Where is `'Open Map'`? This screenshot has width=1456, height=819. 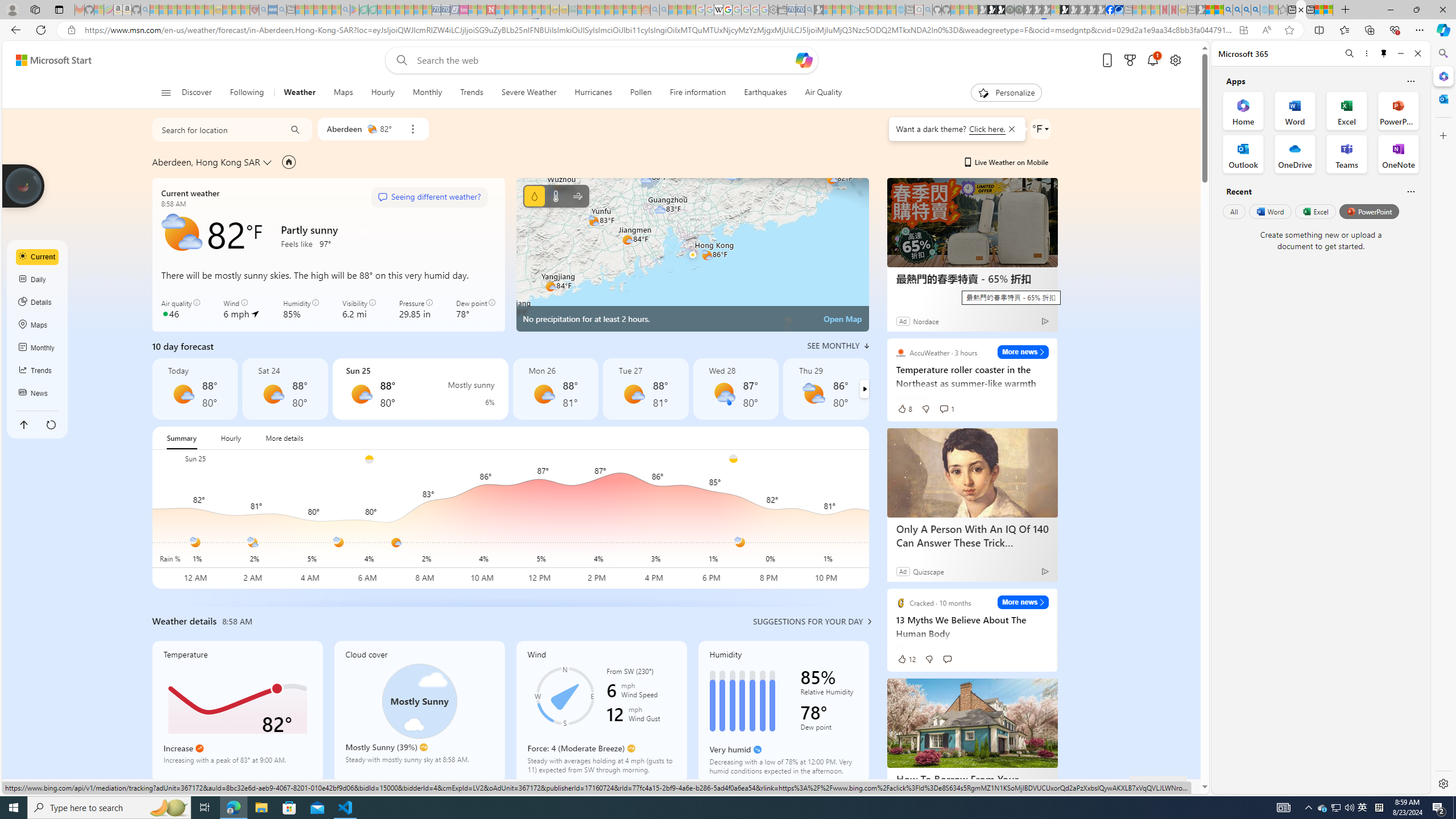 'Open Map' is located at coordinates (842, 318).